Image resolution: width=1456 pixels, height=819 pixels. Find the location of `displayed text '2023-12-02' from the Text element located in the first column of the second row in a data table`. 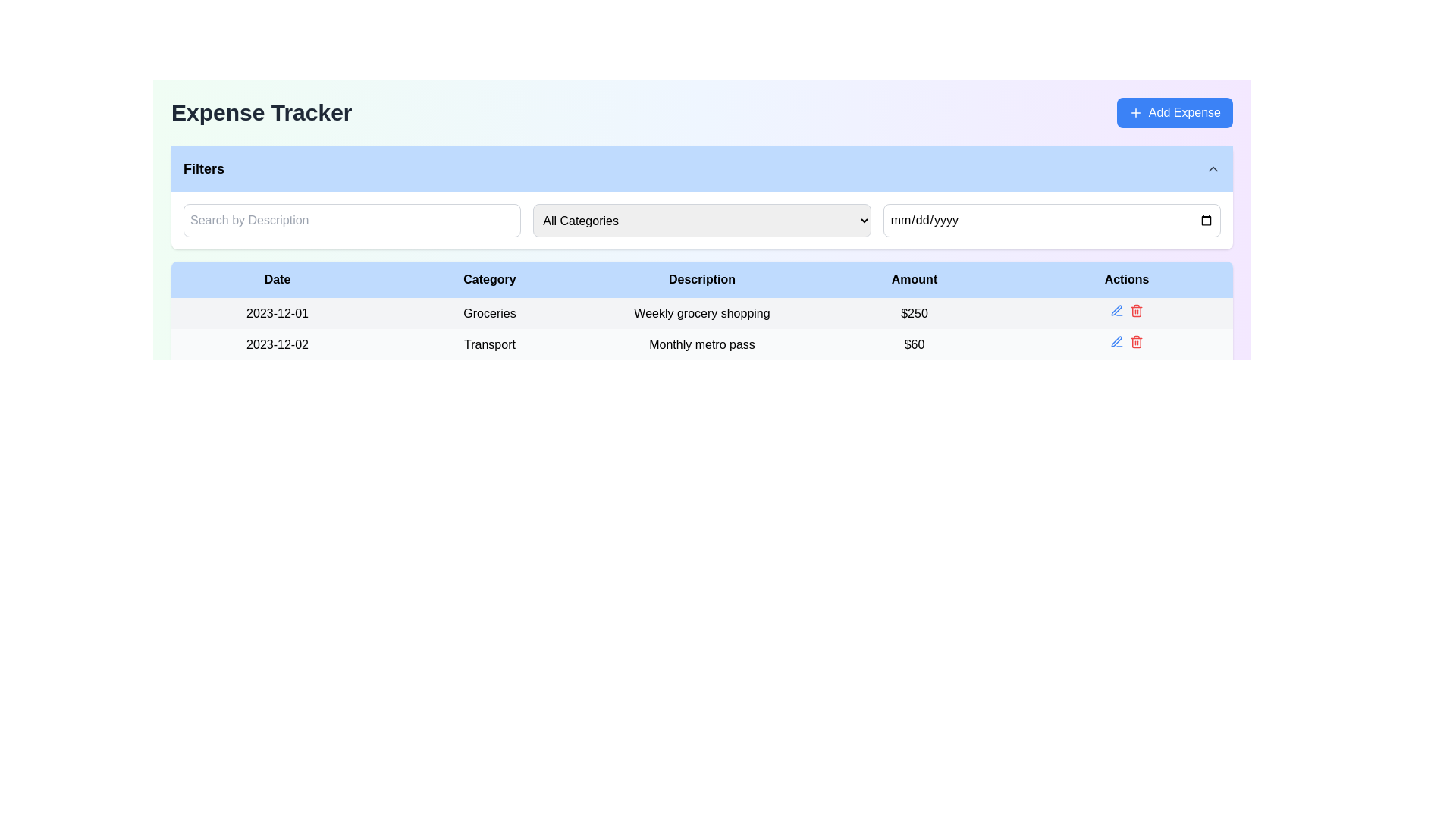

displayed text '2023-12-02' from the Text element located in the first column of the second row in a data table is located at coordinates (277, 344).